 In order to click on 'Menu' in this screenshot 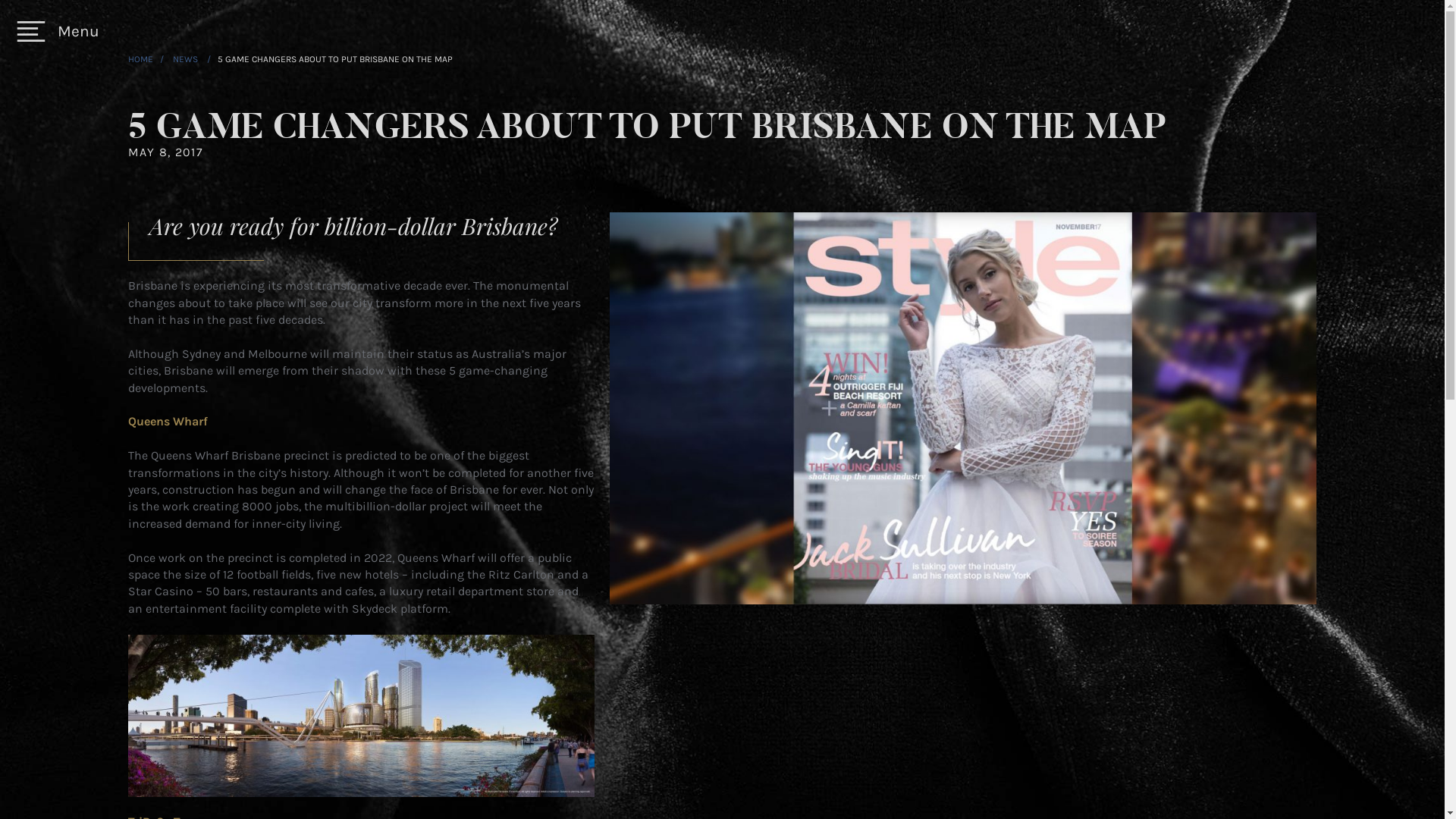, I will do `click(58, 31)`.